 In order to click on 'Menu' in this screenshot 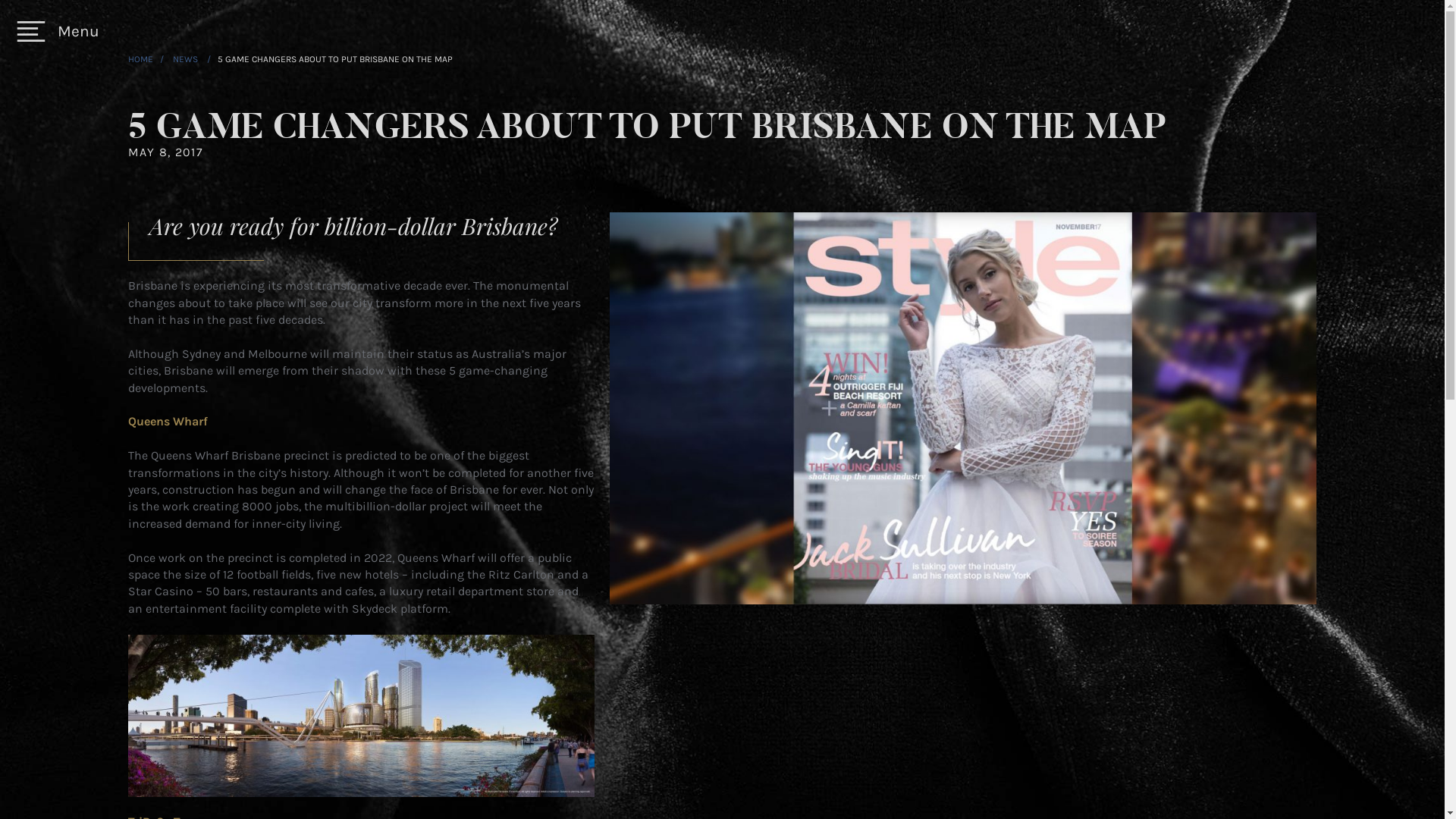, I will do `click(58, 31)`.